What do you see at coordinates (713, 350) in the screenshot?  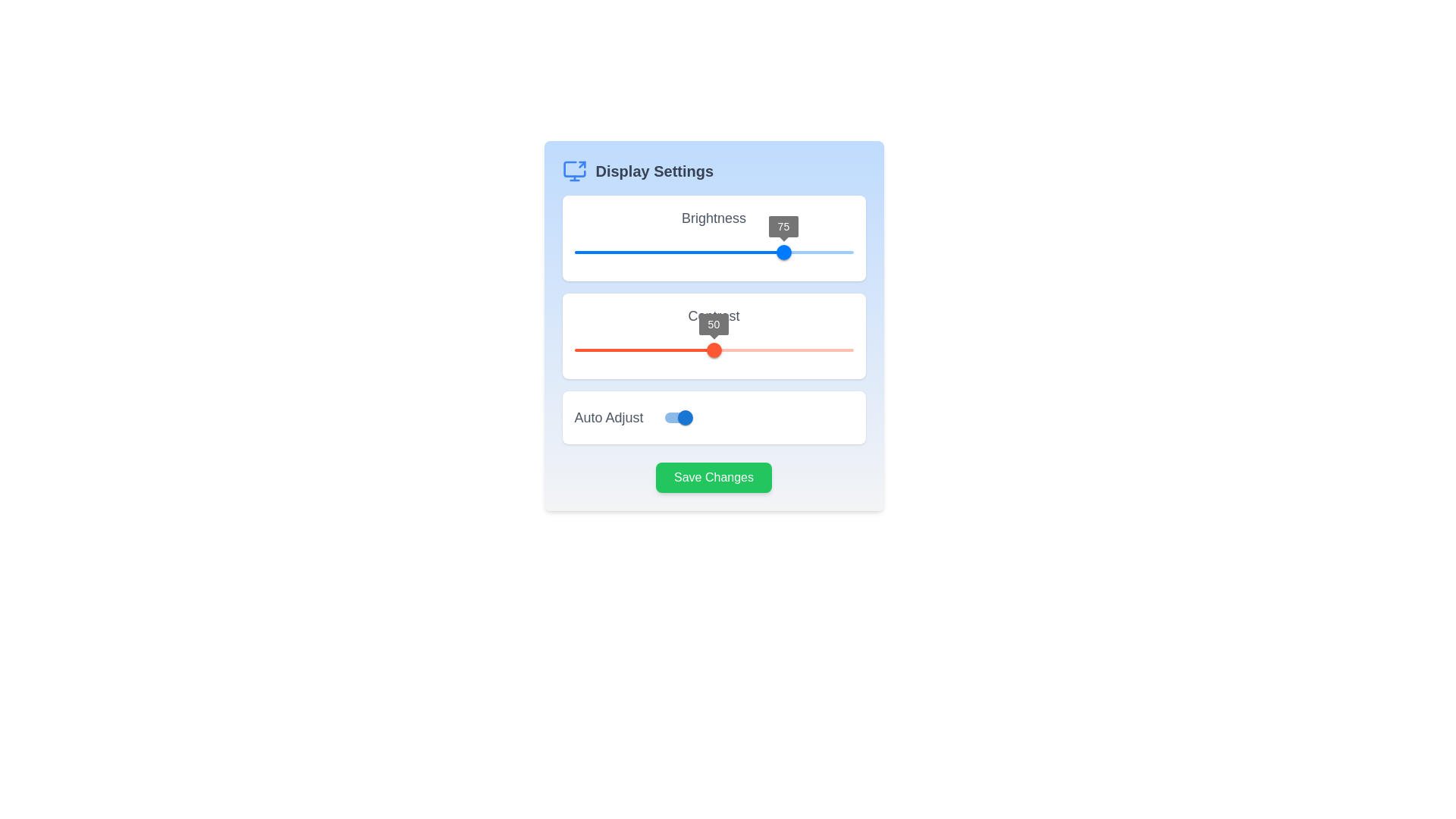 I see `the circular slider thumb labeled 'Contrast' that displays the number '50', positioned at the midpoint of the slider track` at bounding box center [713, 350].